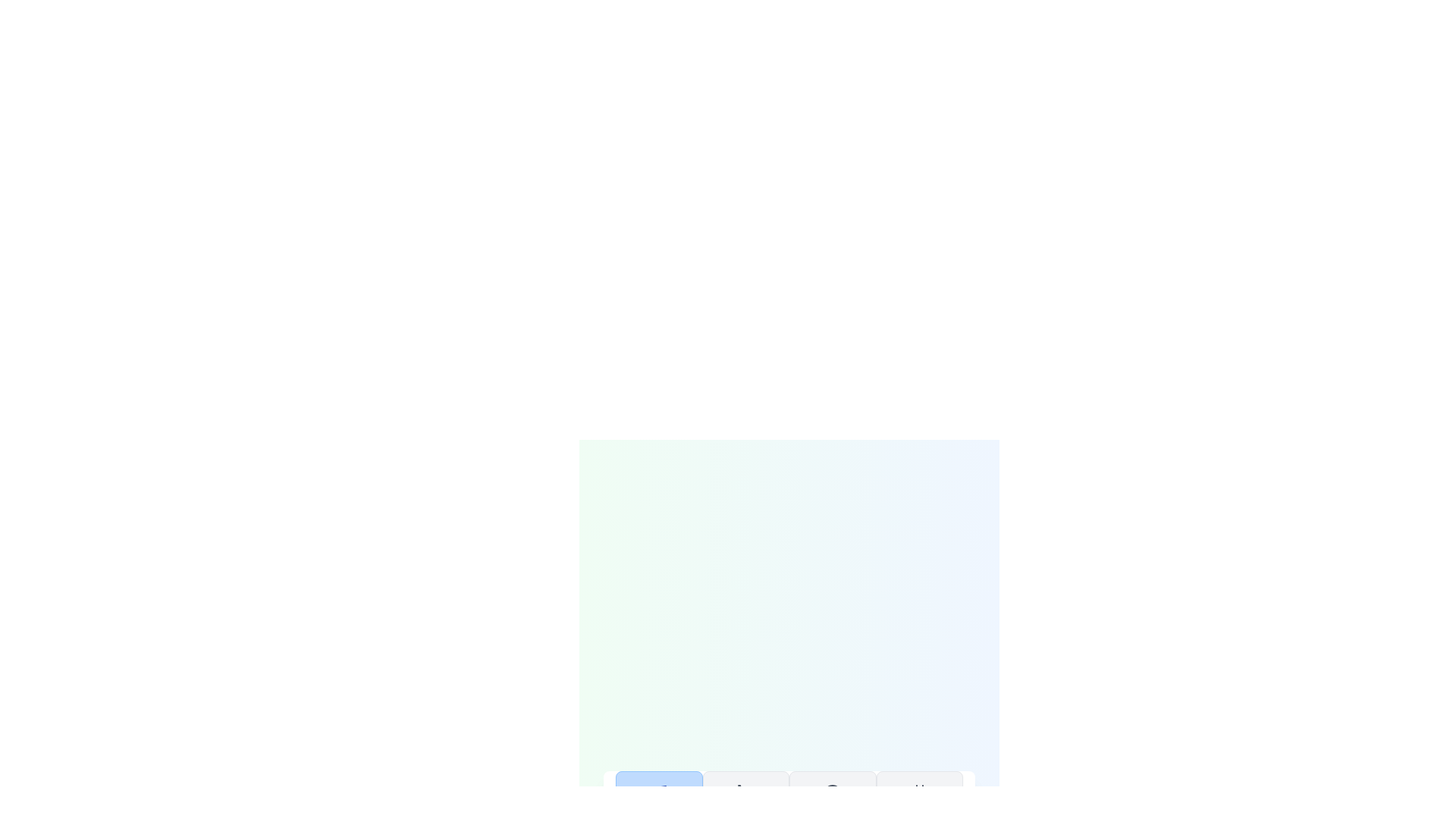  Describe the element at coordinates (659, 805) in the screenshot. I see `the tab labeled Music` at that location.